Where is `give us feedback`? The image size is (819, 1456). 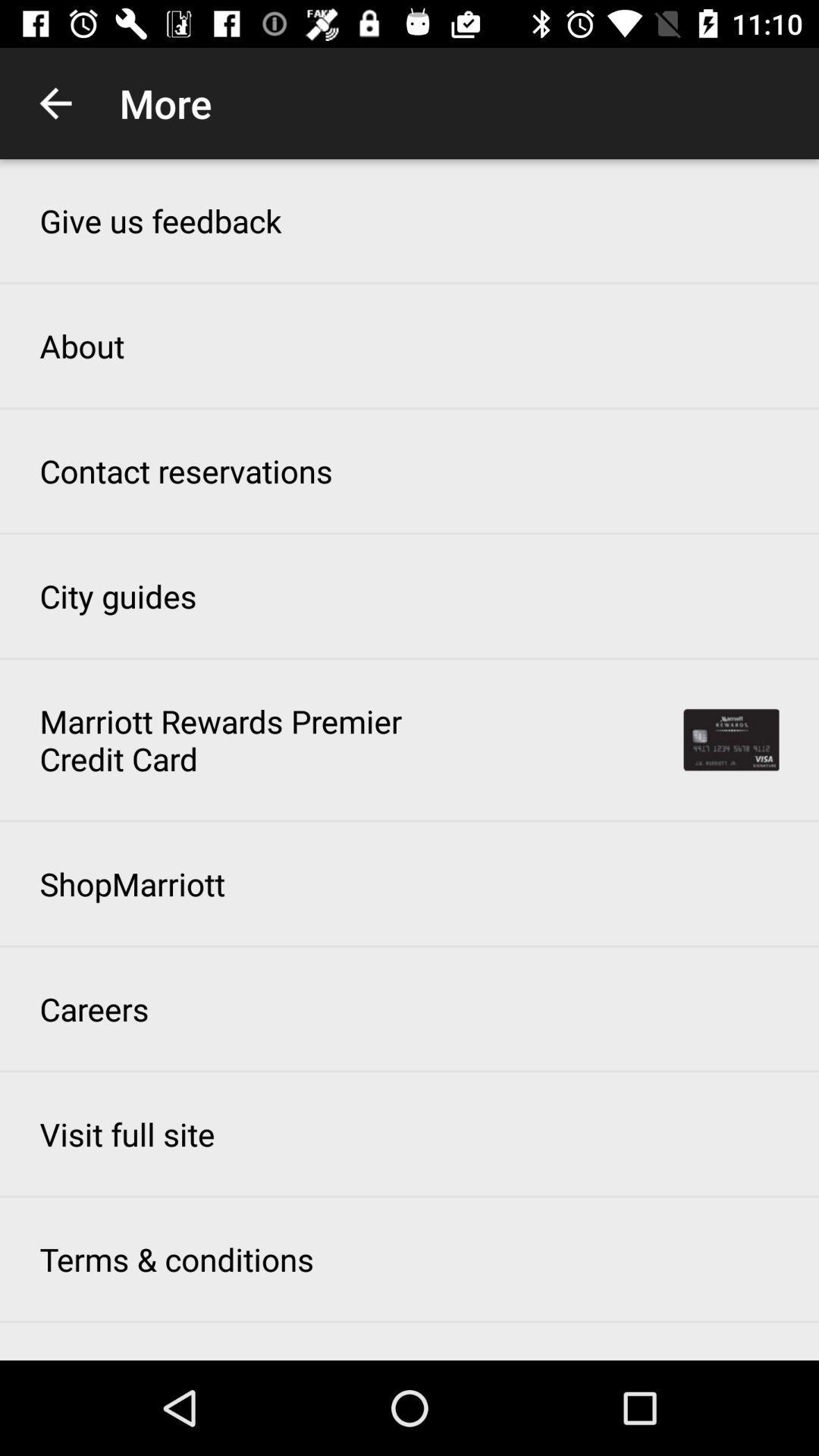 give us feedback is located at coordinates (160, 220).